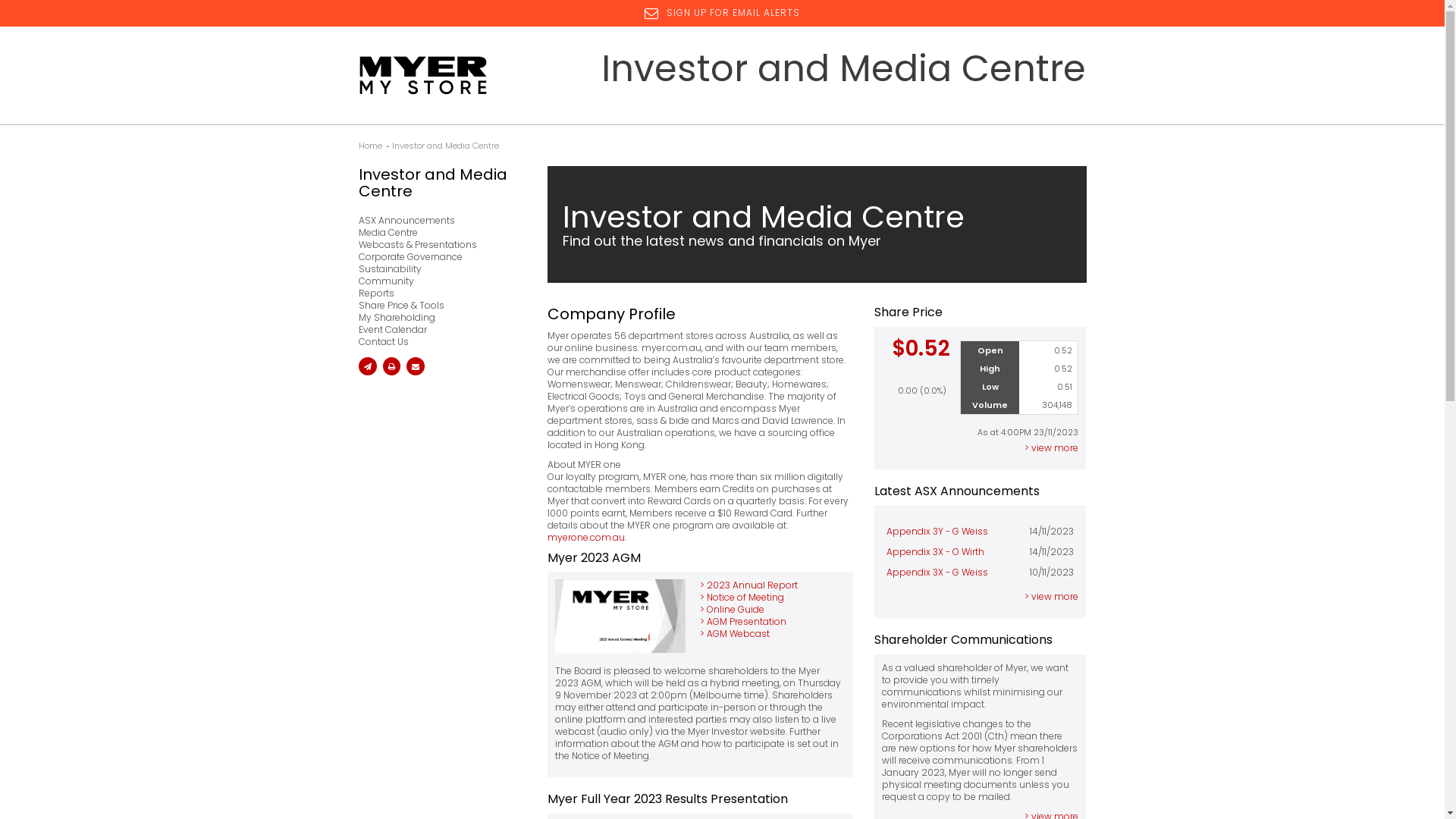  Describe the element at coordinates (698, 633) in the screenshot. I see `'> AGM Webcast'` at that location.